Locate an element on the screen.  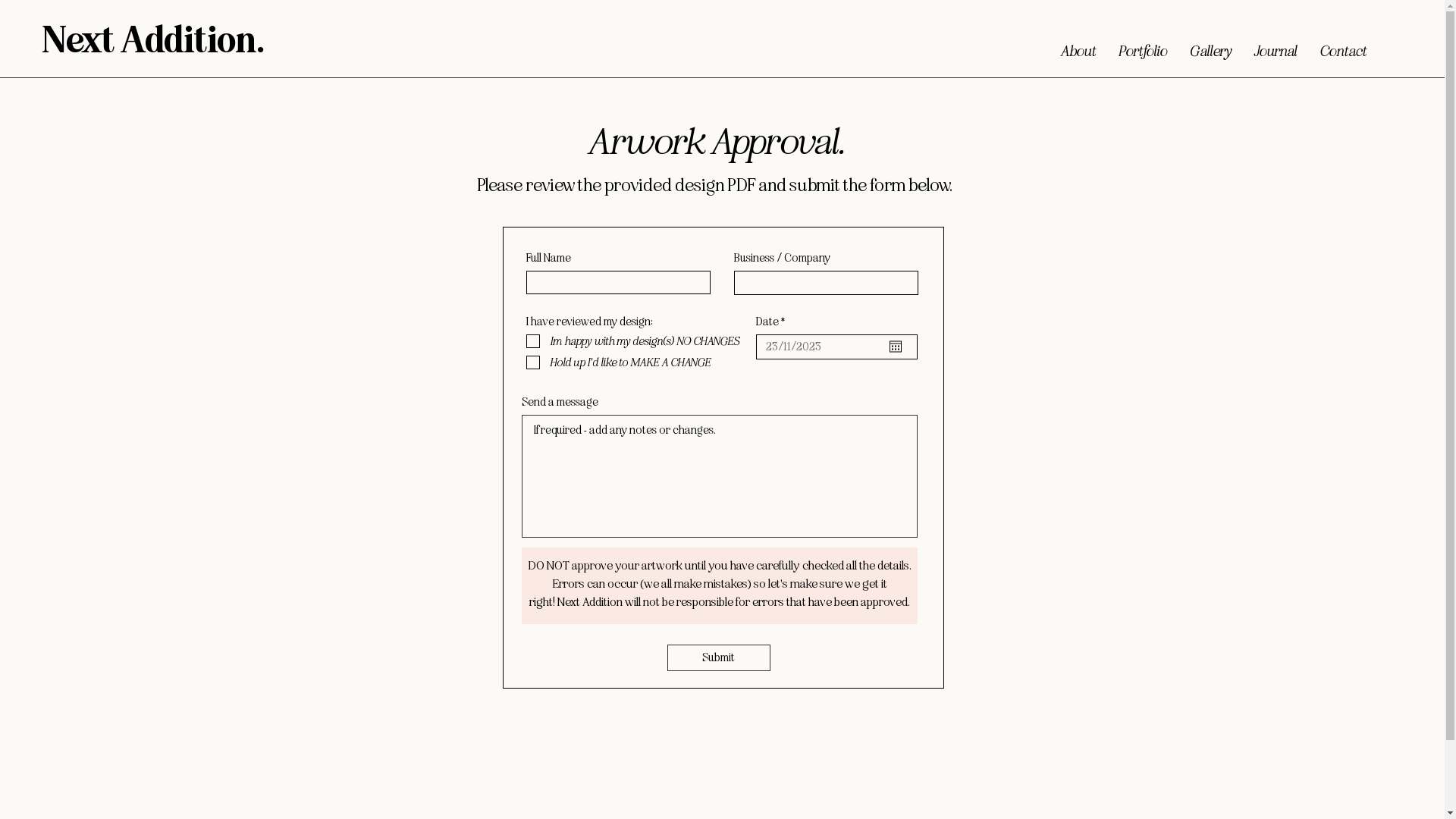
'Portfolio' is located at coordinates (1143, 46).